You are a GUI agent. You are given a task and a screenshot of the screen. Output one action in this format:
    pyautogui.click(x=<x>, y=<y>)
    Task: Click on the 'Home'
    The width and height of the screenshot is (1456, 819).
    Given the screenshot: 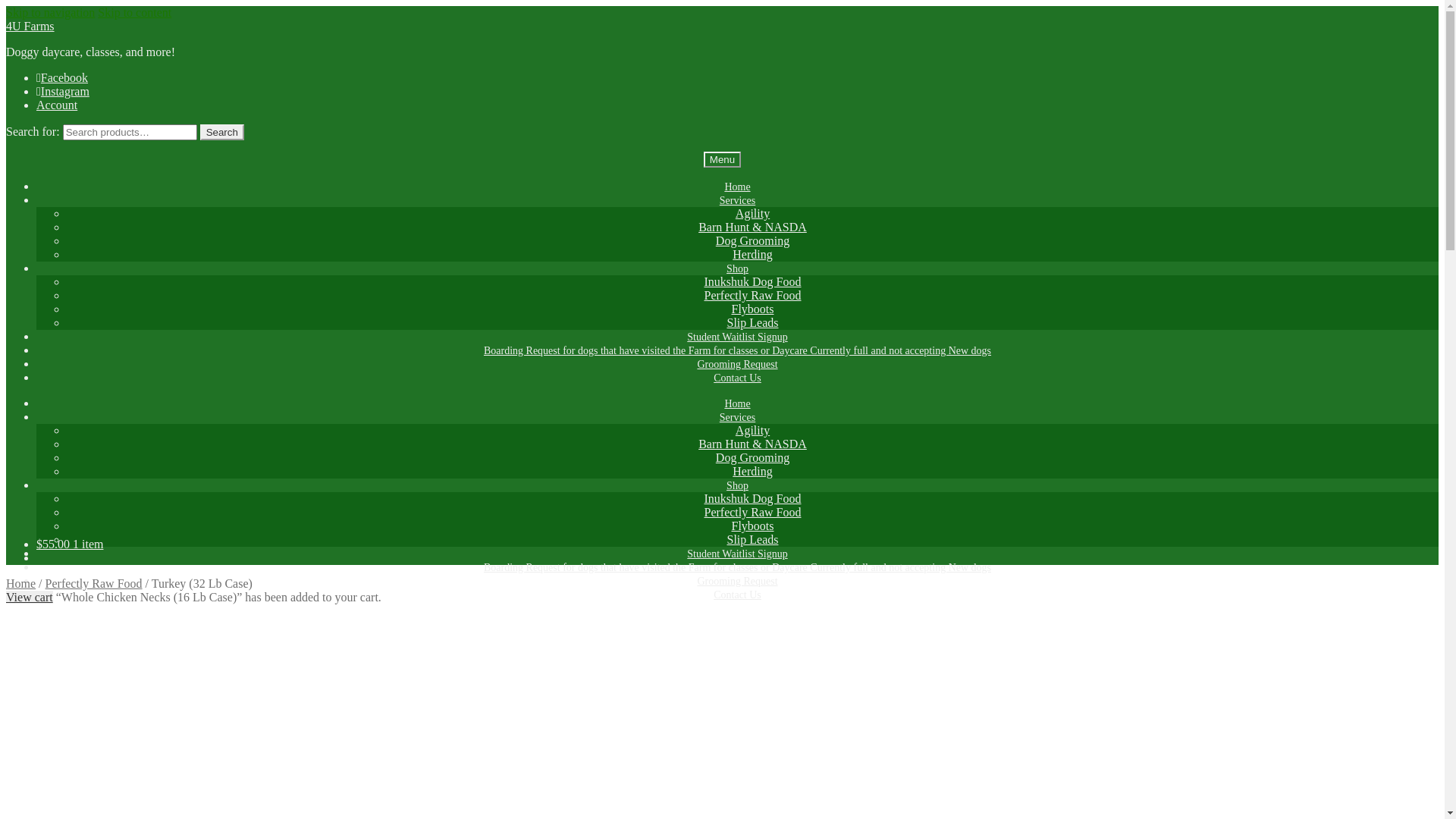 What is the action you would take?
    pyautogui.click(x=737, y=186)
    